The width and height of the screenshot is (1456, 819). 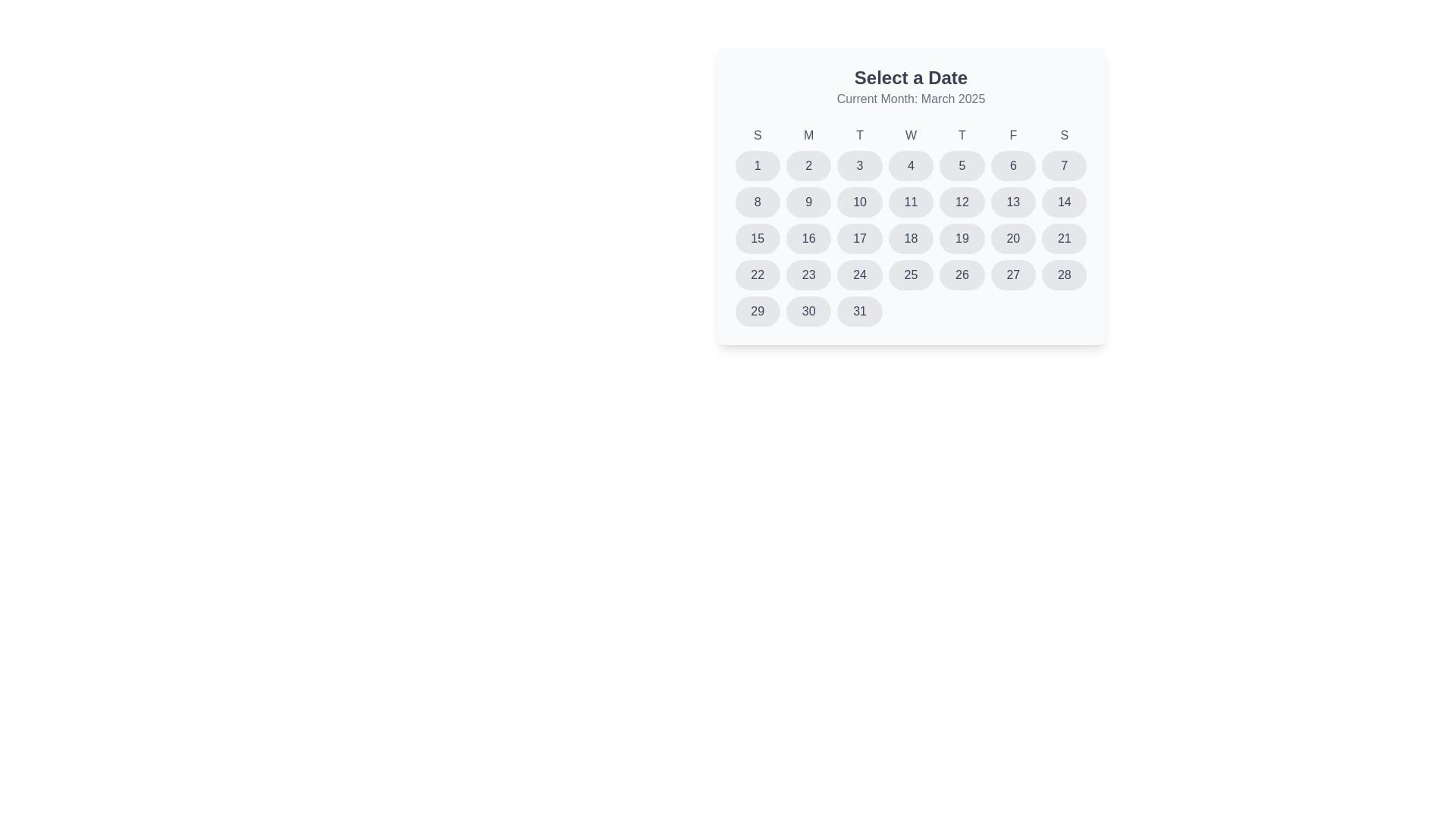 What do you see at coordinates (1063, 166) in the screenshot?
I see `the selectable date '7' button in the calendar interface` at bounding box center [1063, 166].